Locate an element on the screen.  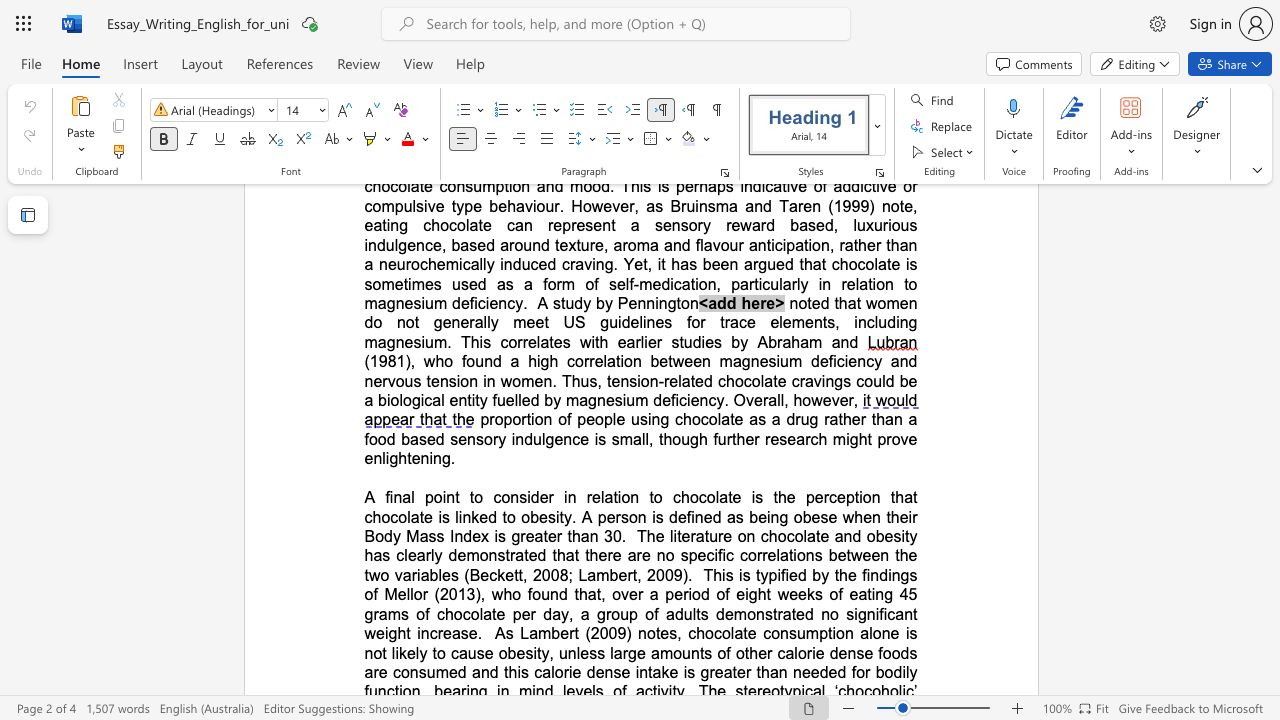
the subset text "ion to cho" within the text "to consider in relation to chocolate is the" is located at coordinates (616, 496).